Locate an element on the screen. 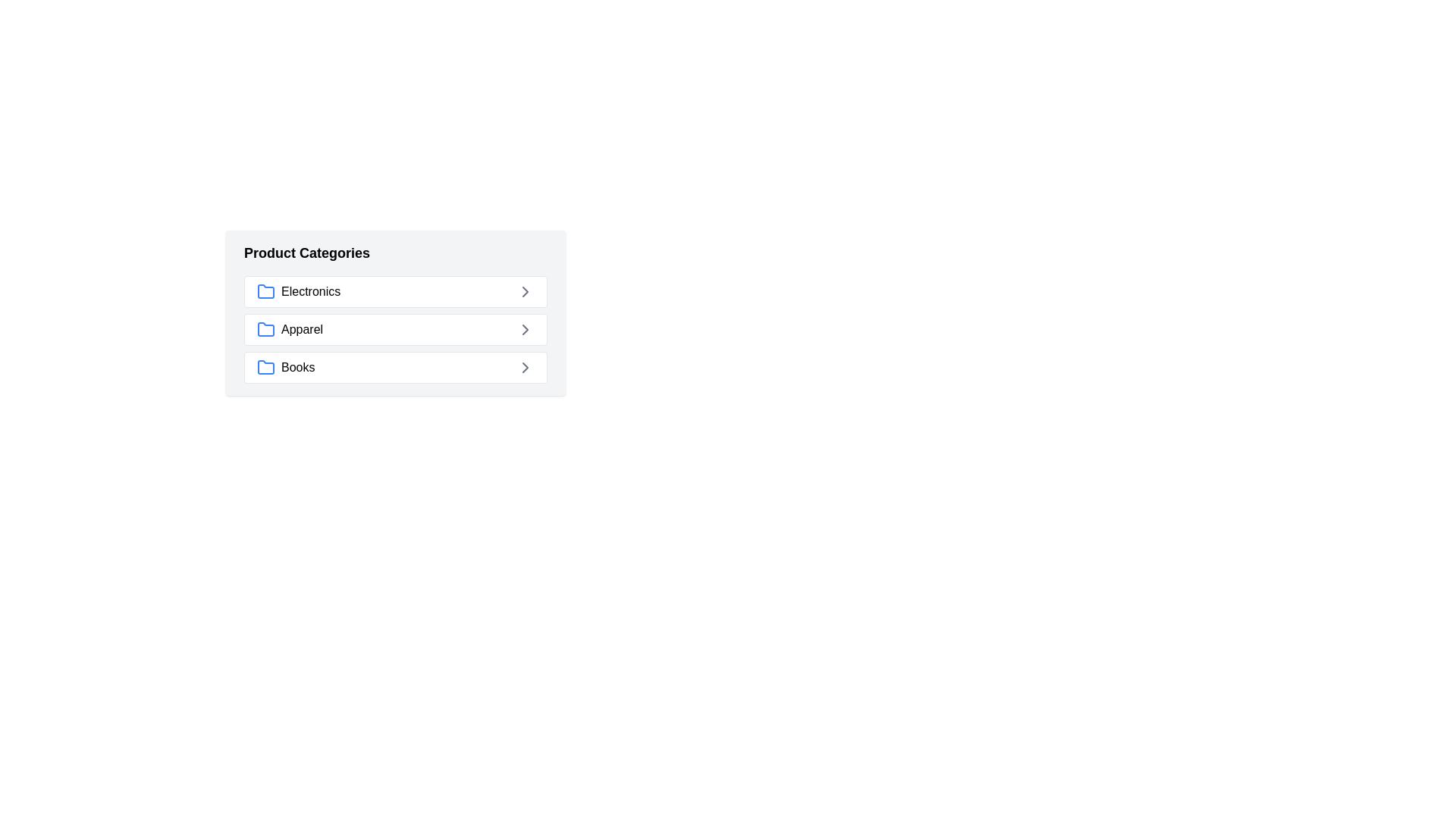 This screenshot has height=819, width=1456. the first Category selection item labeled 'Electronics' is located at coordinates (396, 292).